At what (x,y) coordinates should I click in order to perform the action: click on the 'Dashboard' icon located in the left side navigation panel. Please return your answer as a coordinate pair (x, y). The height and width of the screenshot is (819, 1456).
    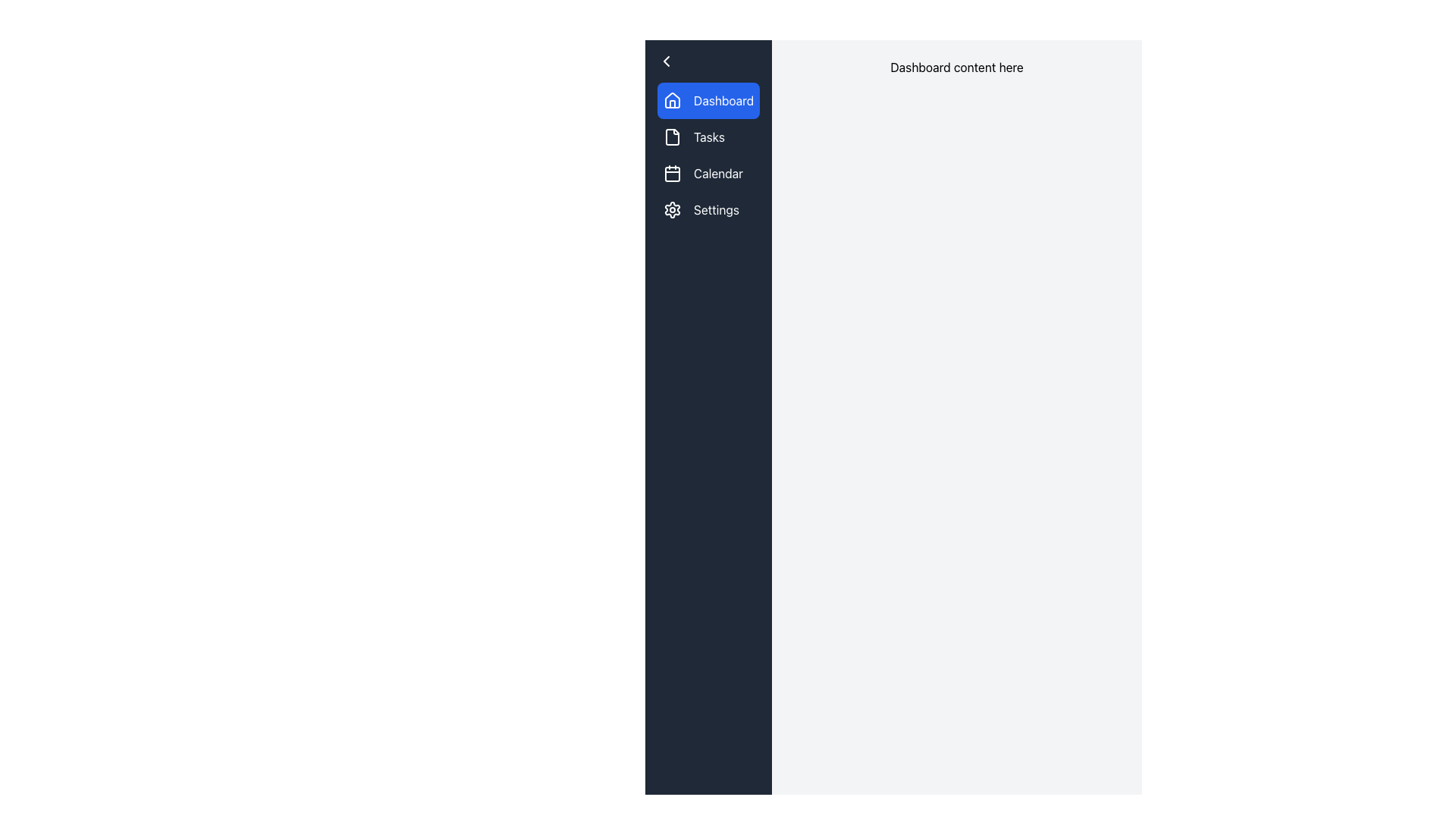
    Looking at the image, I should click on (672, 100).